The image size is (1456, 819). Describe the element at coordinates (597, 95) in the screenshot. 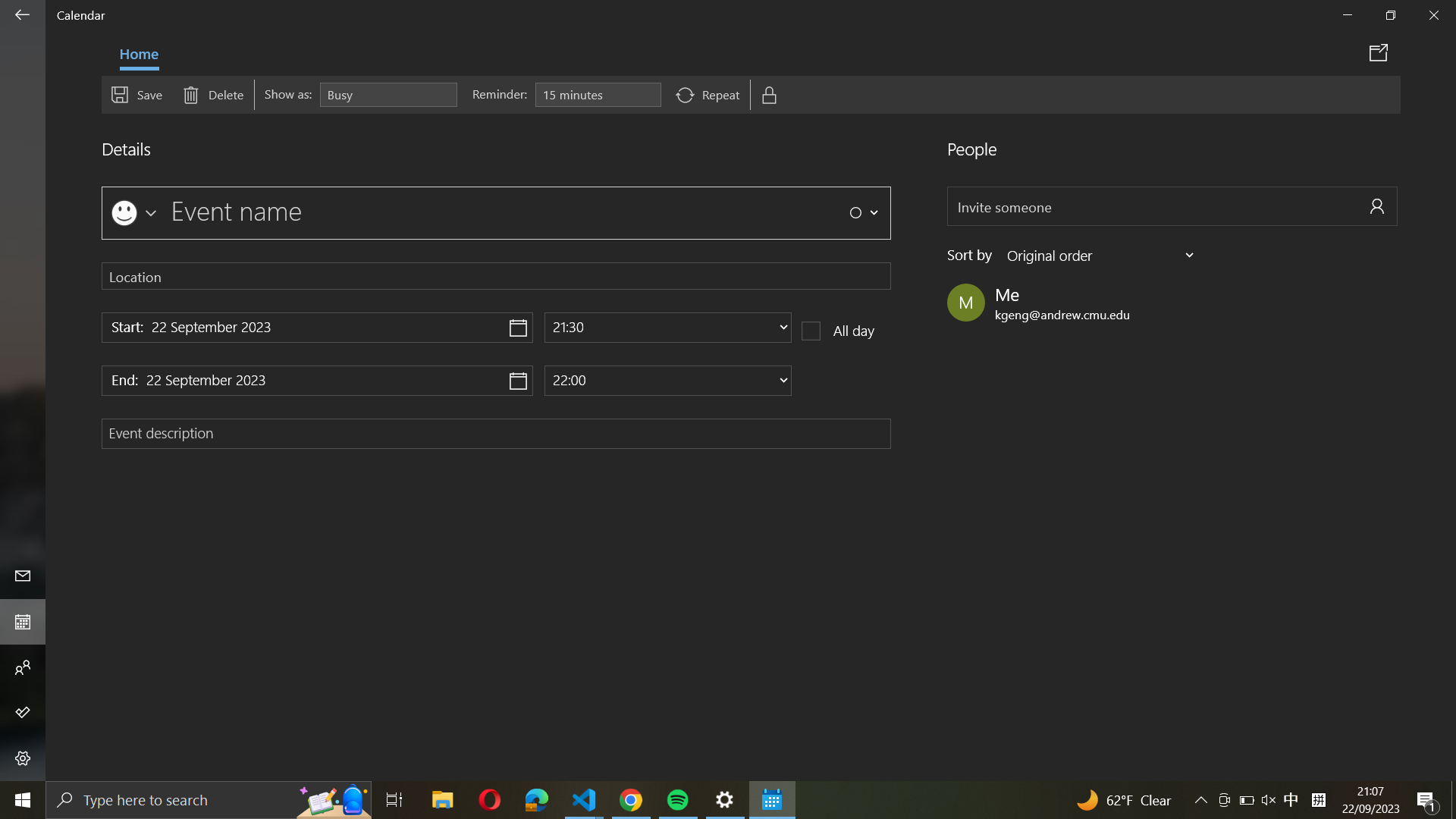

I see `Add a reminder for the event` at that location.